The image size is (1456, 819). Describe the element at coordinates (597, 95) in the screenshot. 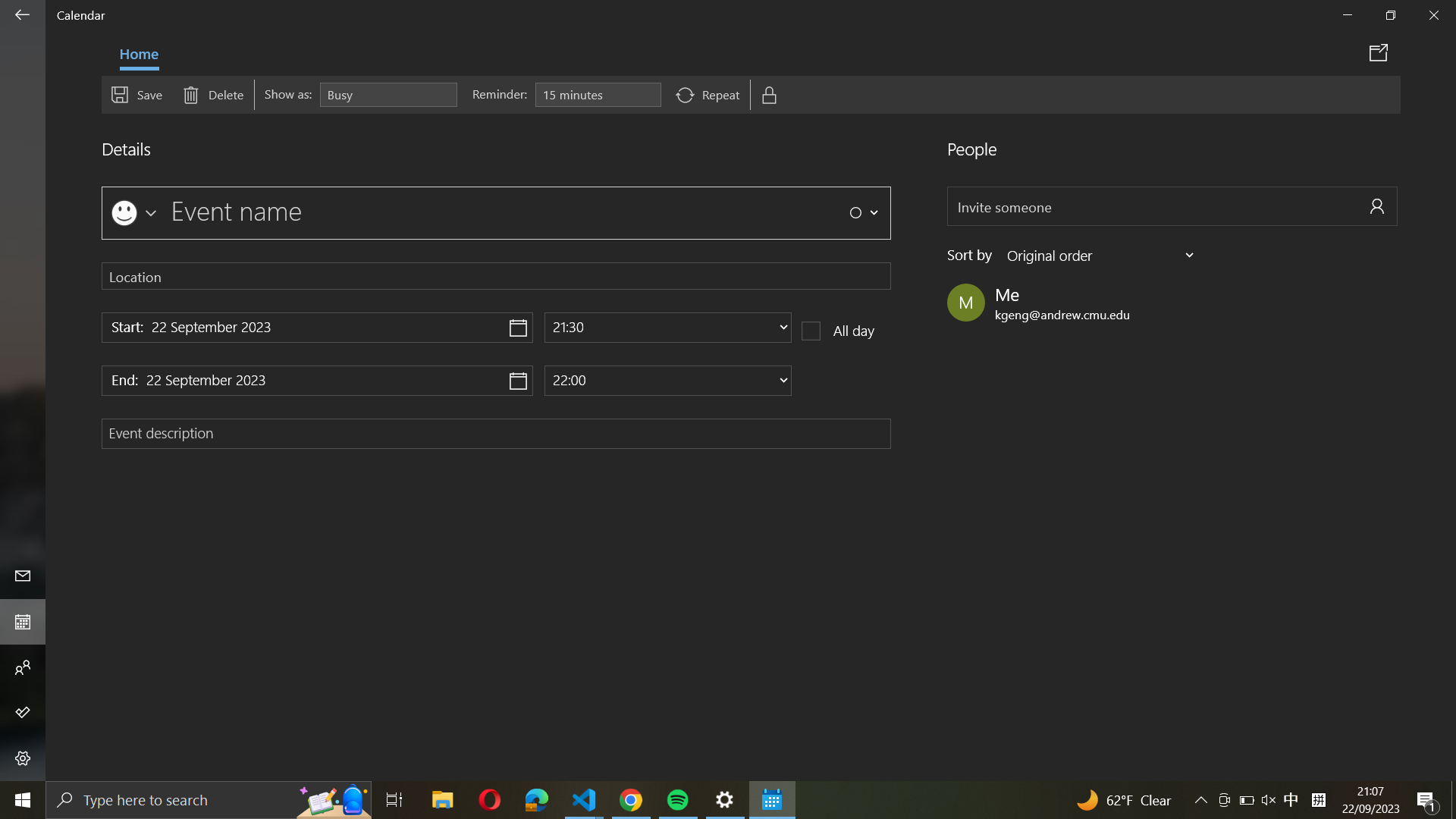

I see `Add a reminder for the event` at that location.